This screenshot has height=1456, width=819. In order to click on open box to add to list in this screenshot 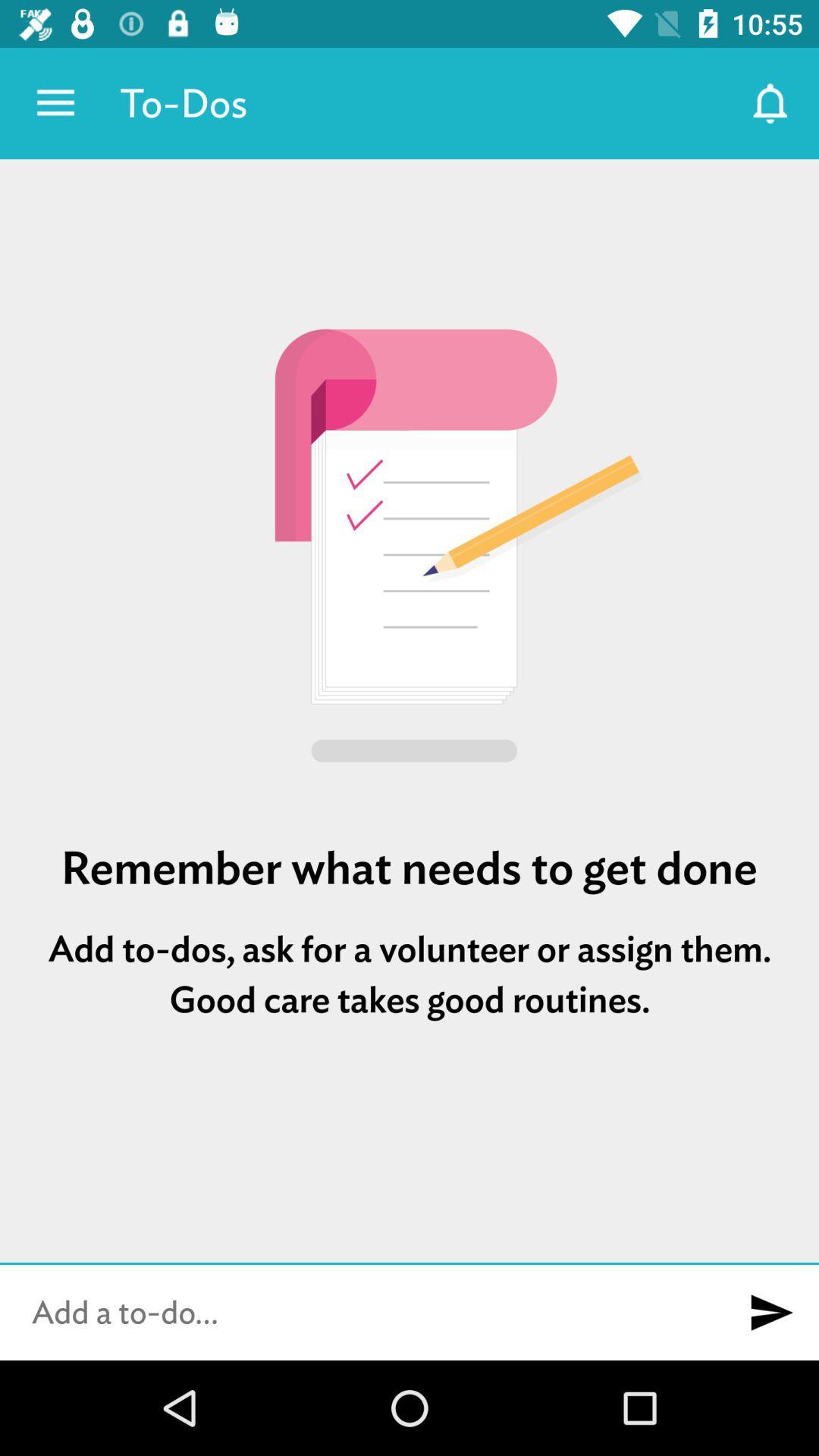, I will do `click(362, 1312)`.